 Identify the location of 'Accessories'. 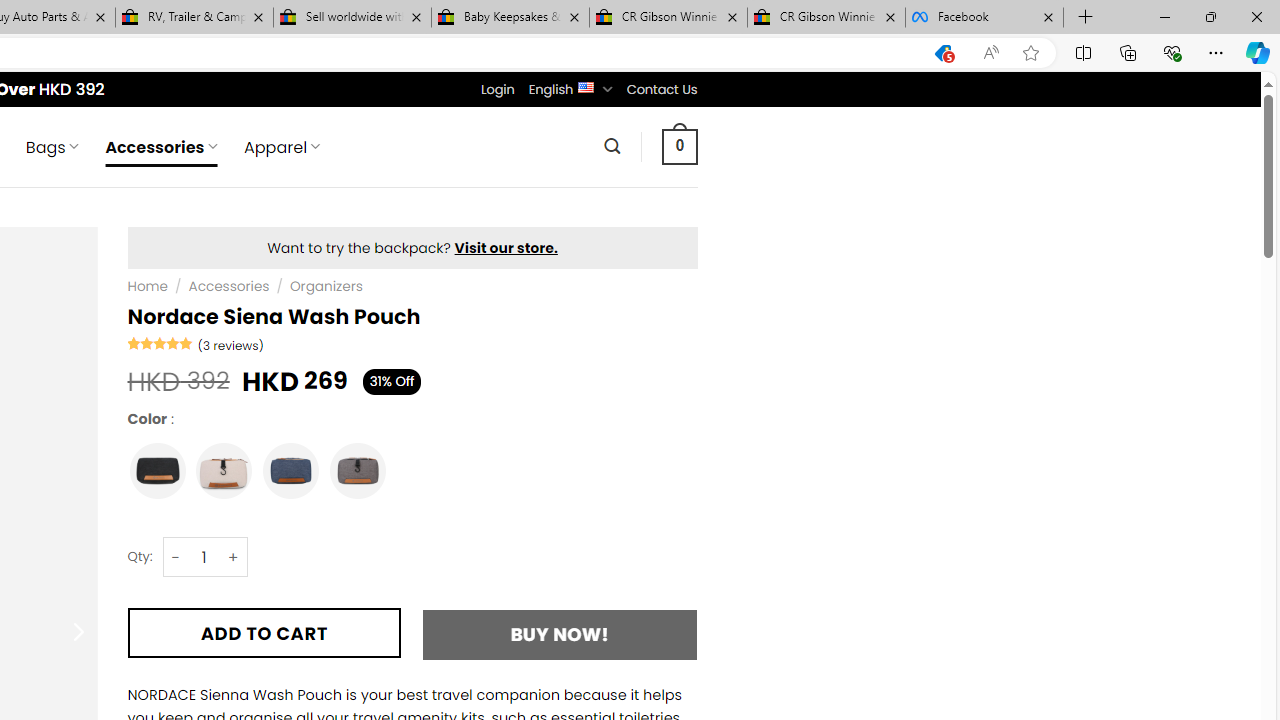
(229, 286).